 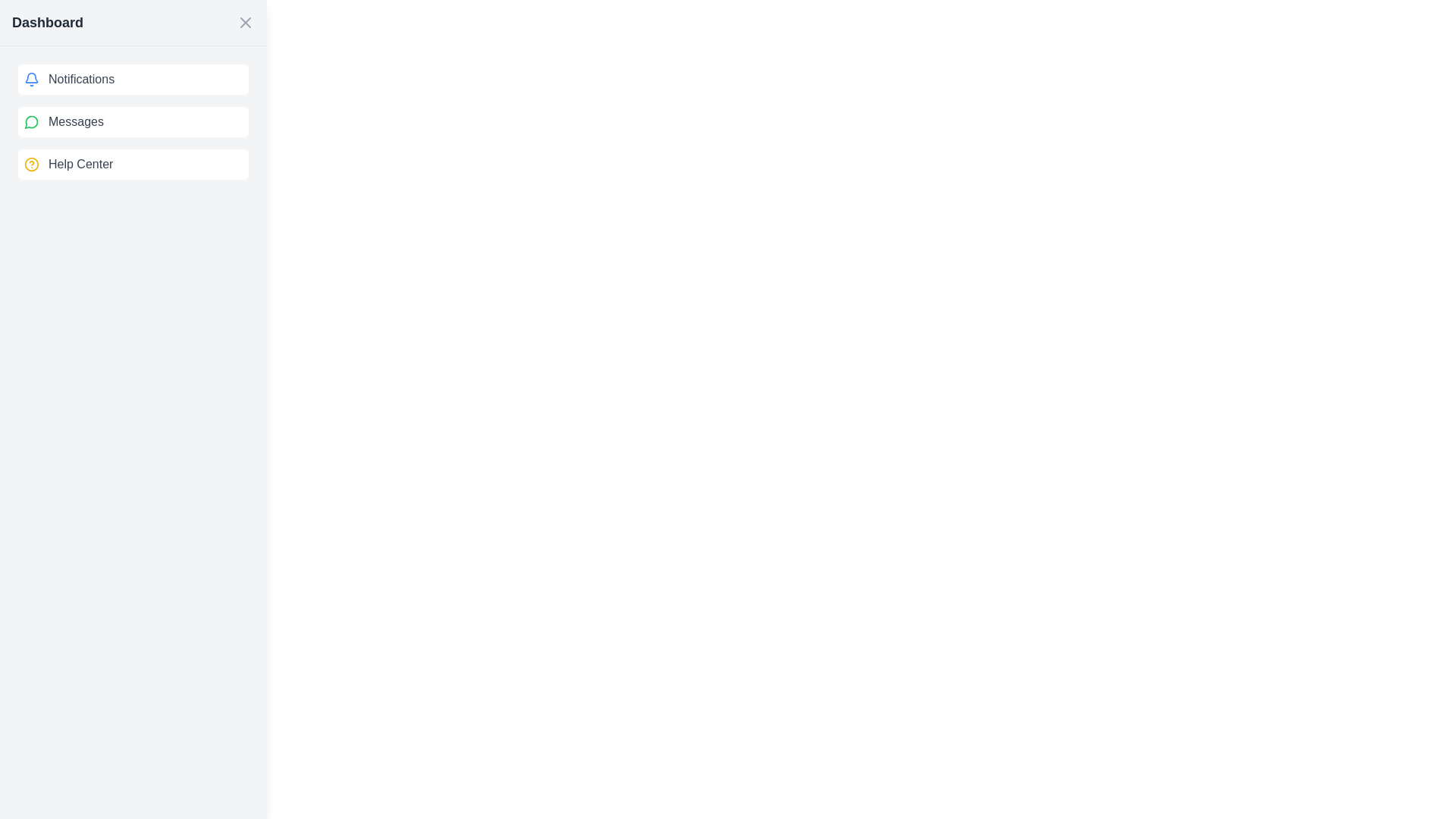 What do you see at coordinates (133, 164) in the screenshot?
I see `the navigation button located below the 'Messages' button` at bounding box center [133, 164].